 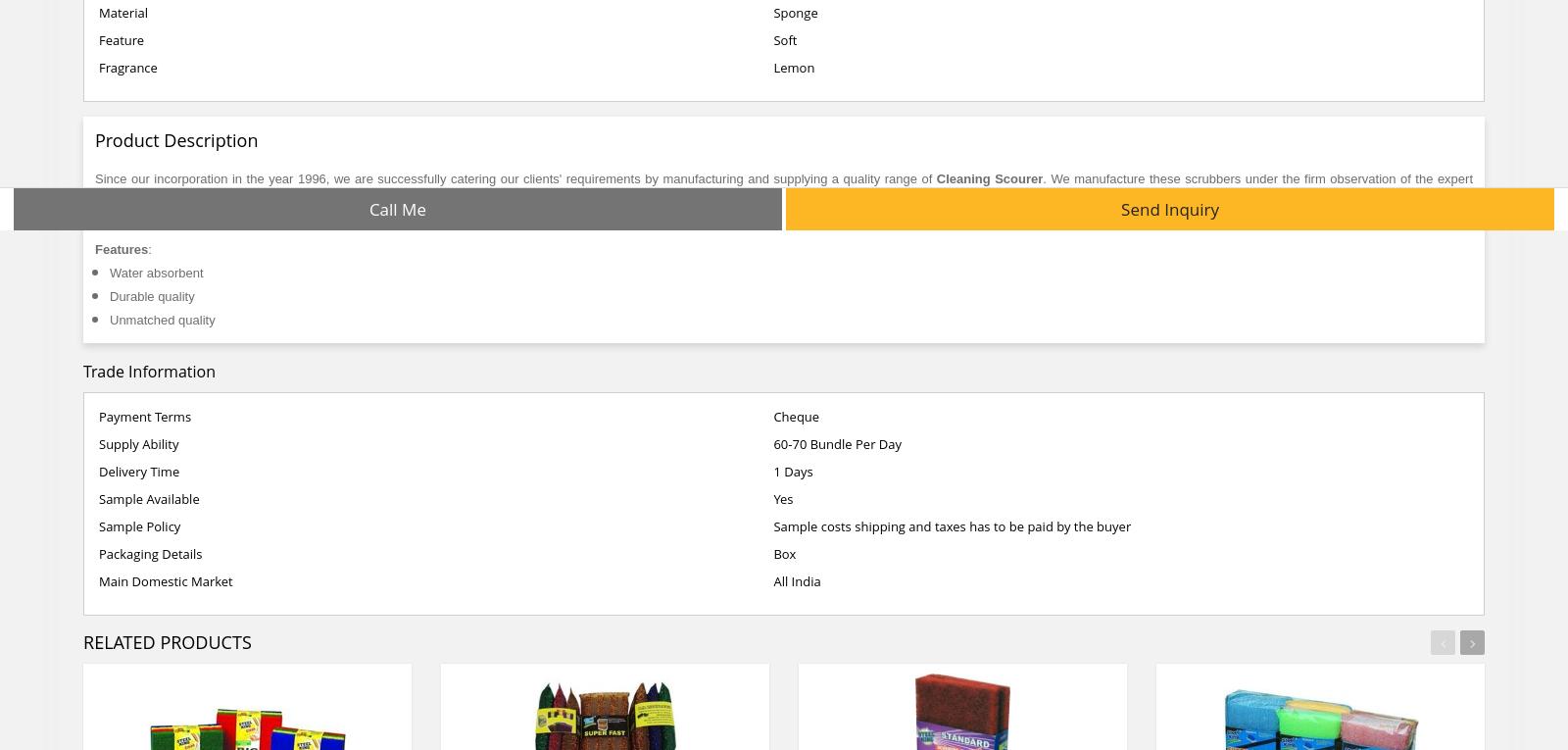 I want to click on 'Box', so click(x=784, y=554).